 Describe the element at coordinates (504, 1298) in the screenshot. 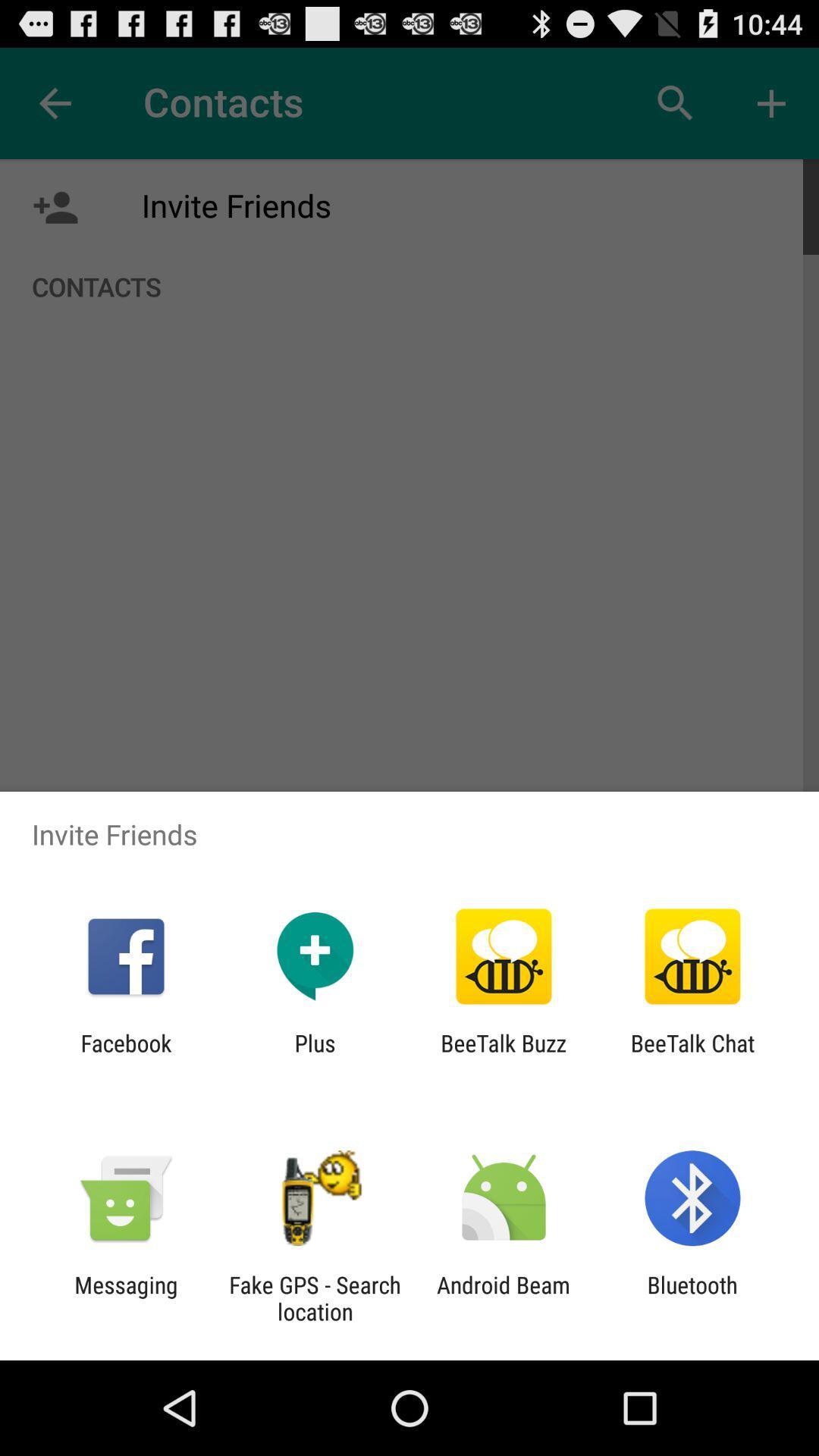

I see `android beam item` at that location.